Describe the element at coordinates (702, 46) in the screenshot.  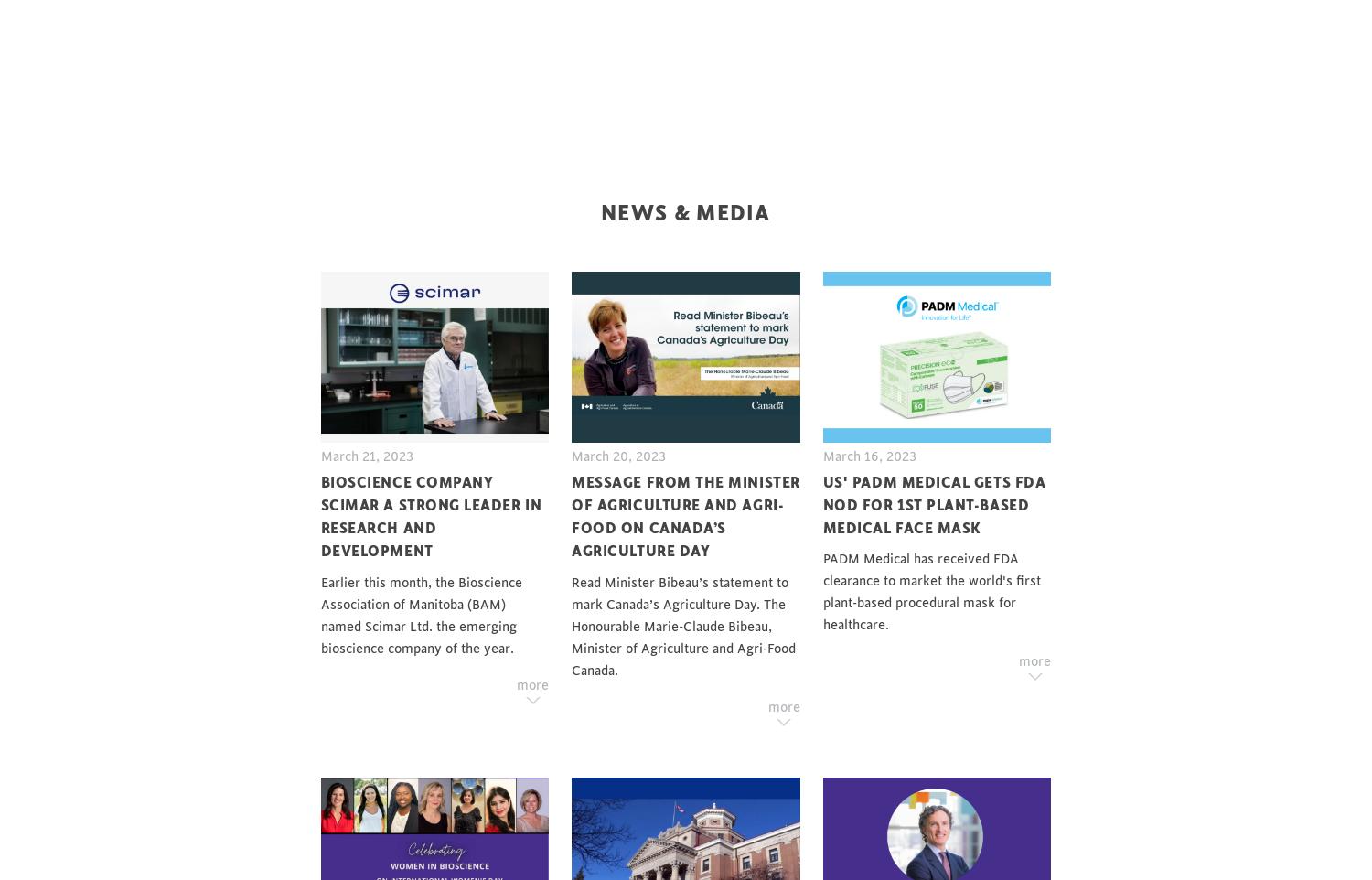
I see `'Job Postings'` at that location.